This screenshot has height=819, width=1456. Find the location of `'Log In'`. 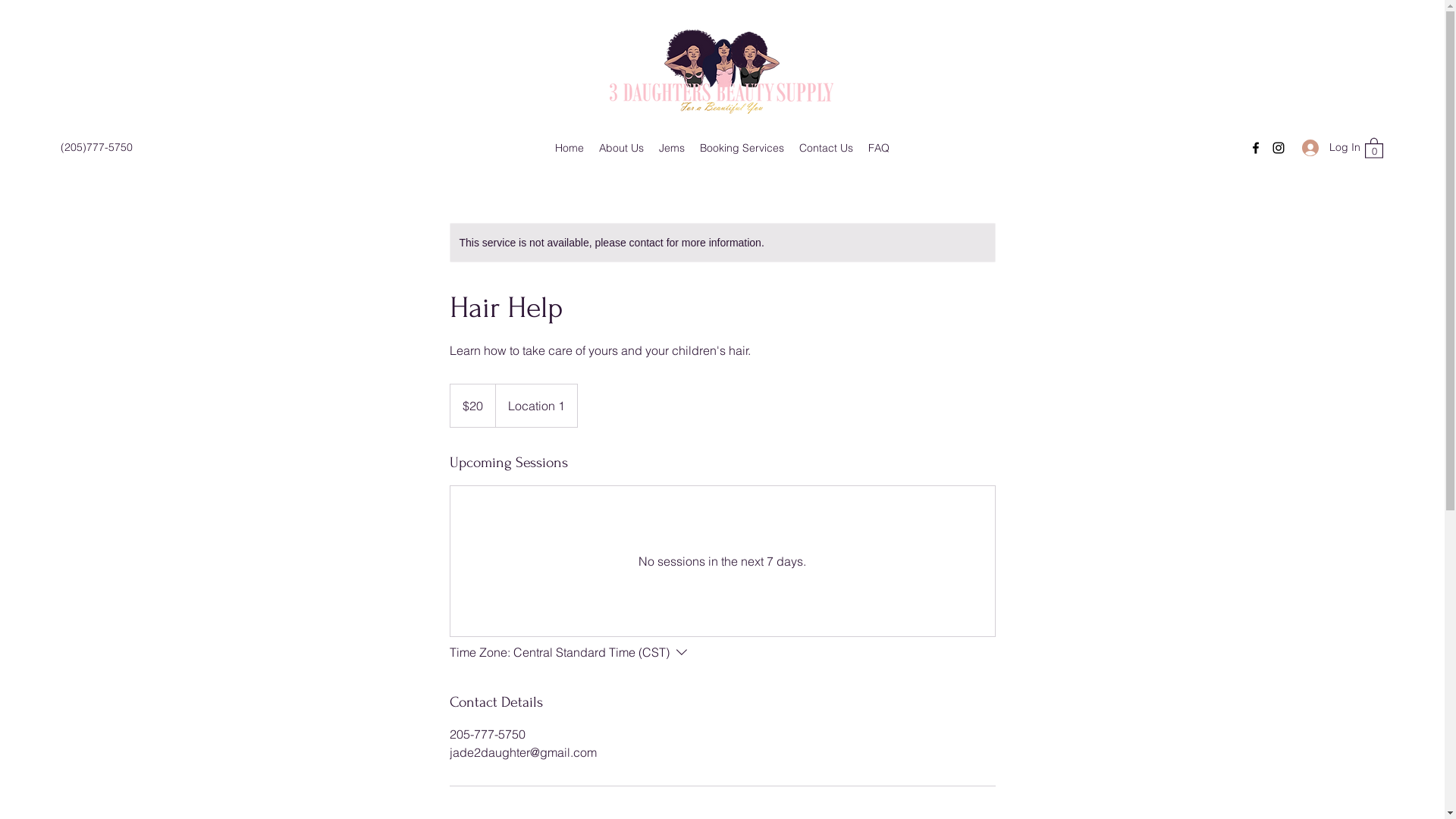

'Log In' is located at coordinates (1291, 147).